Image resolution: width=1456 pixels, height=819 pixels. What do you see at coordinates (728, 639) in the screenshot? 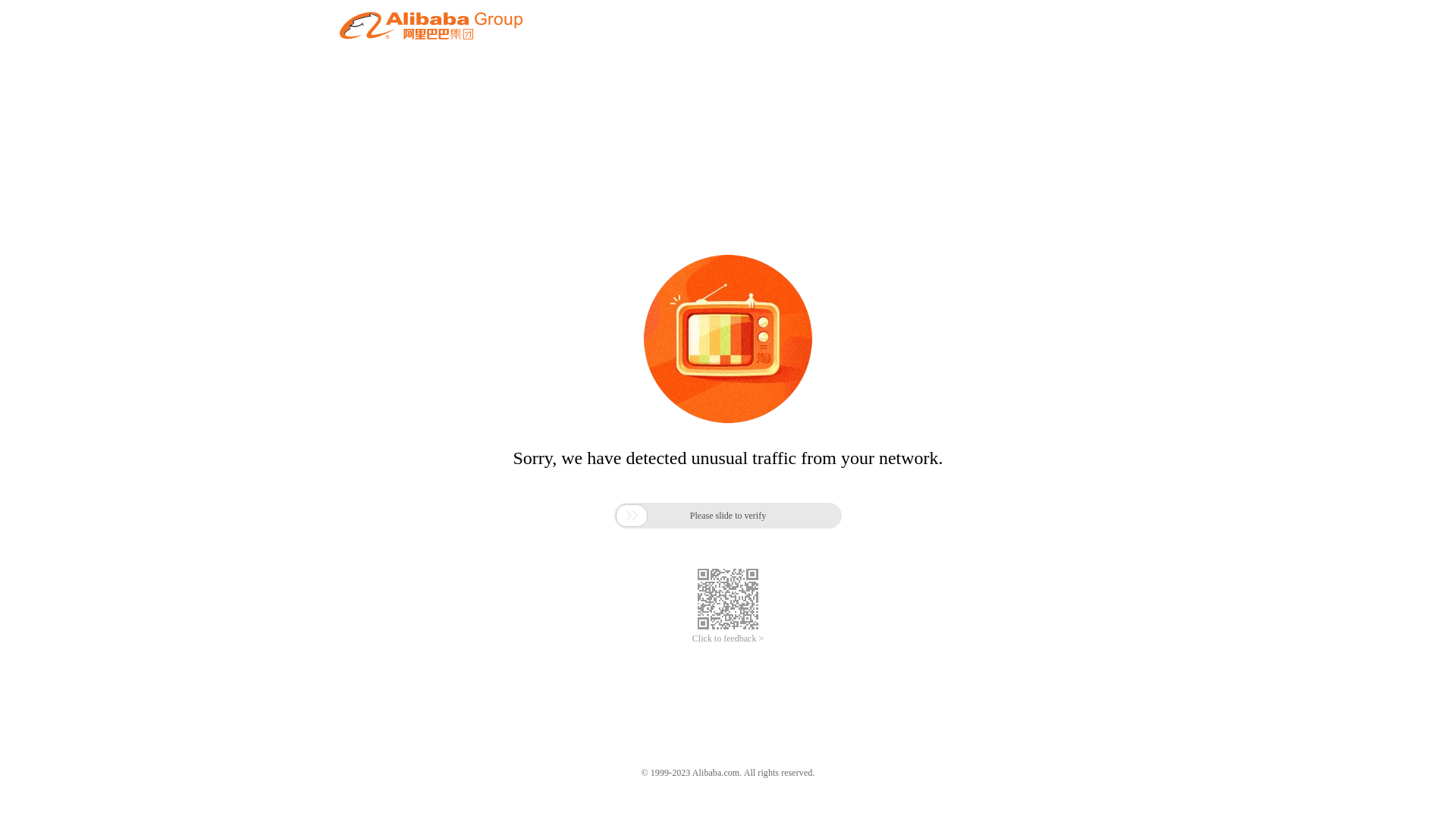
I see `'Click to feedback >'` at bounding box center [728, 639].